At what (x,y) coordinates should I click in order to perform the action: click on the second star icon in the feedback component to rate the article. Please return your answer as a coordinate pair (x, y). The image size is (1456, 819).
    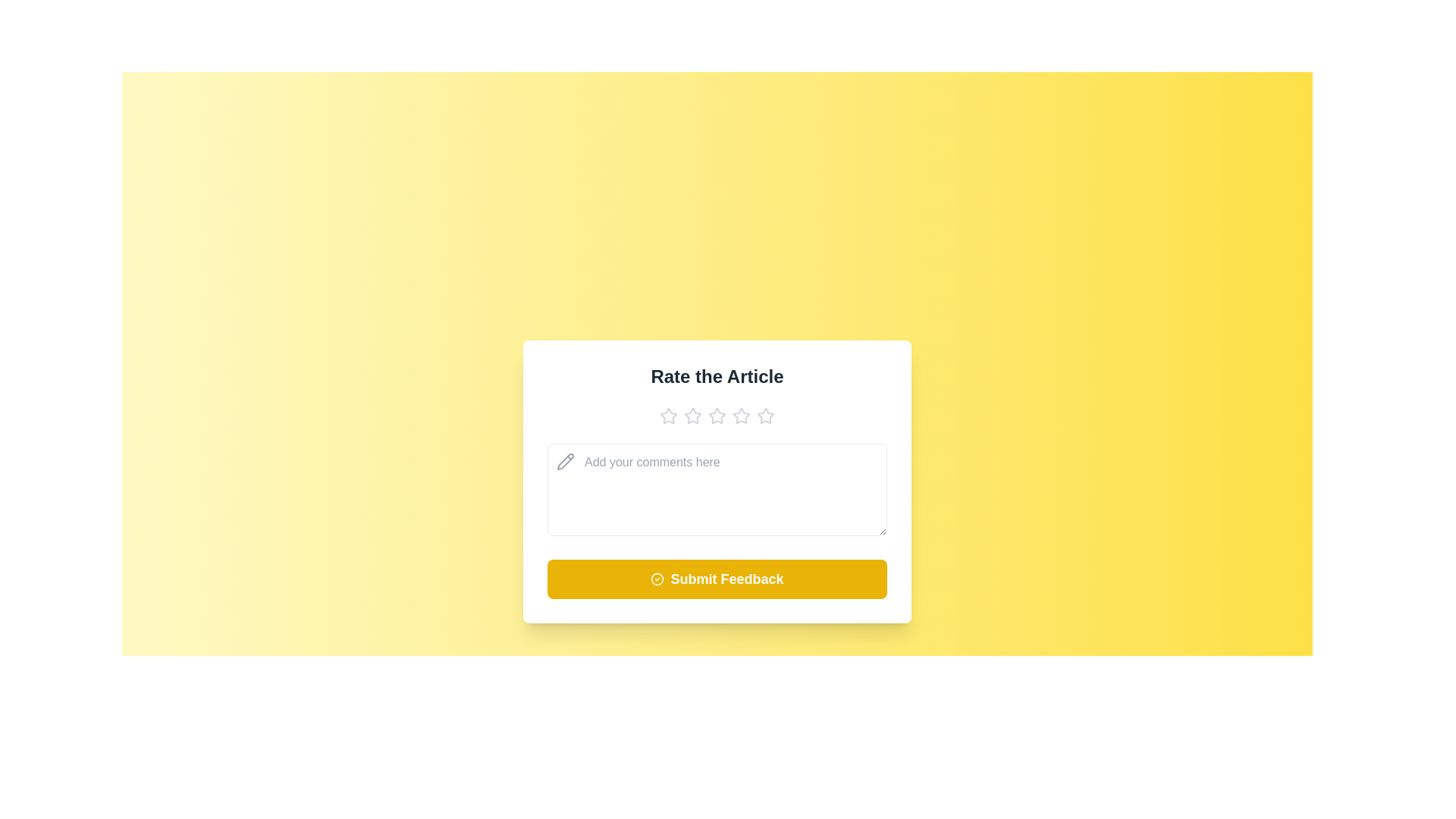
    Looking at the image, I should click on (692, 415).